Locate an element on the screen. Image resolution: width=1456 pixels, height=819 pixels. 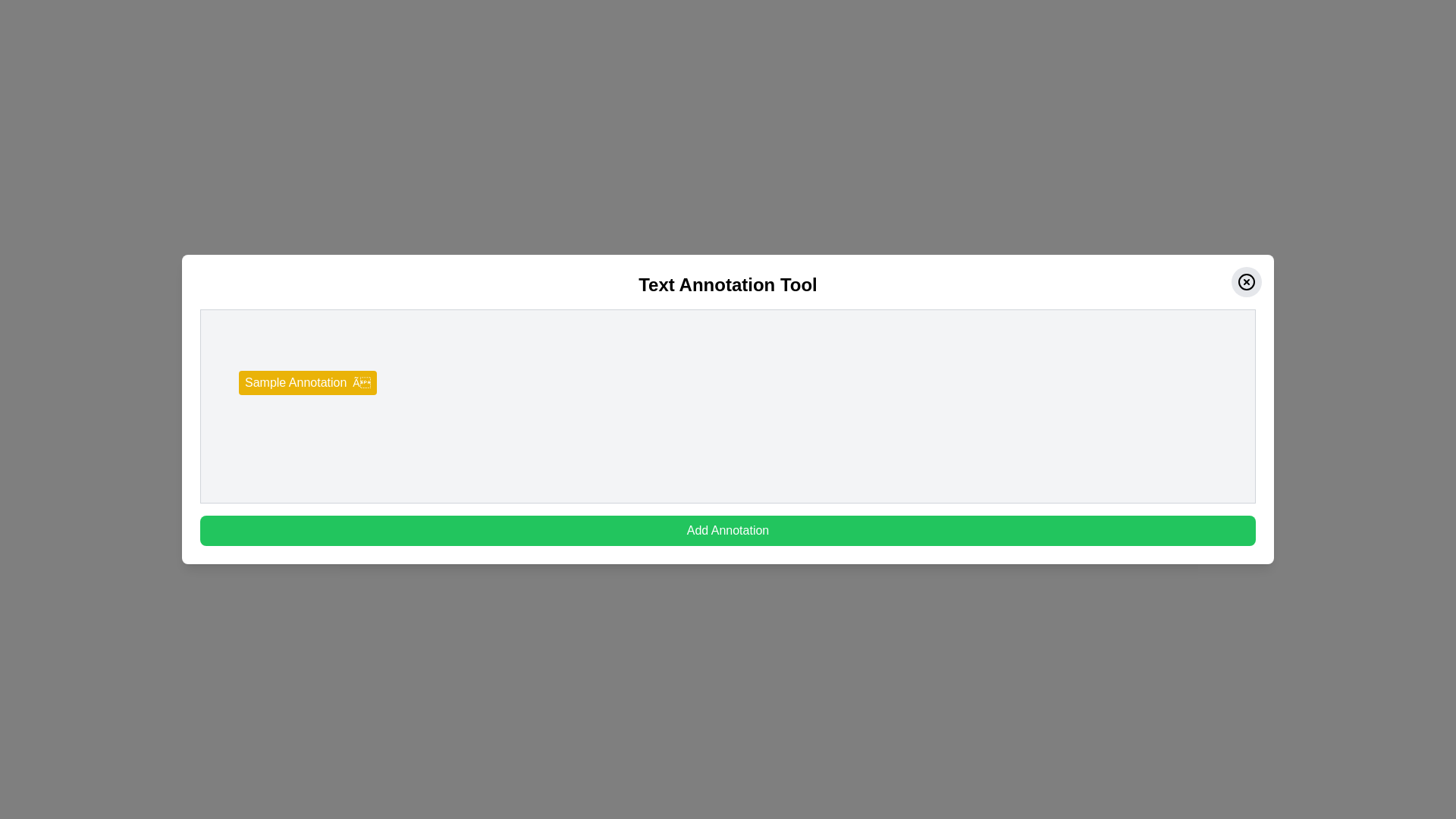
the close button of the annotation tool is located at coordinates (1246, 281).